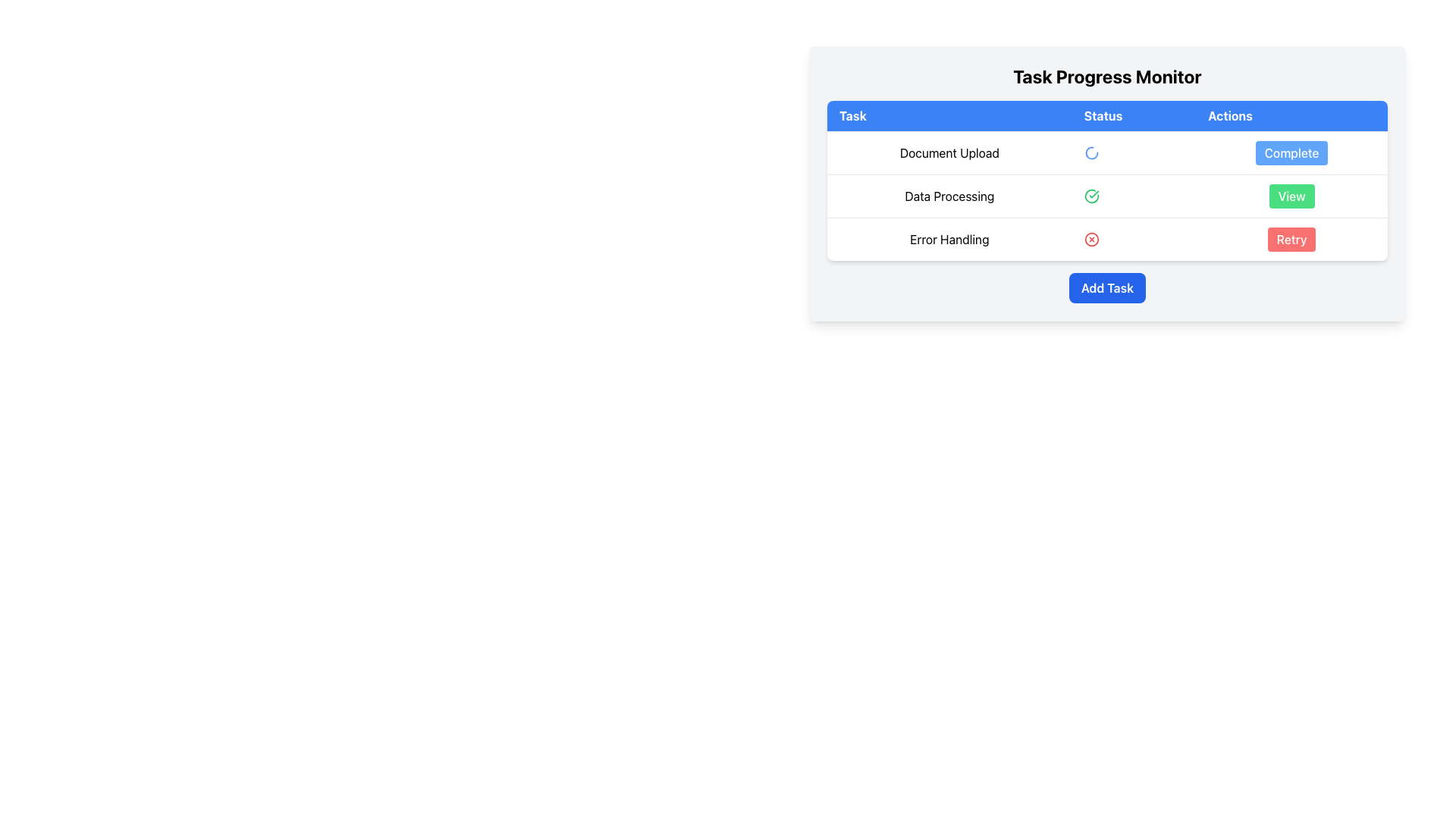 The height and width of the screenshot is (819, 1456). Describe the element at coordinates (1090, 195) in the screenshot. I see `the green checkmark circle icon in the 'Status' column of the second row in the 'Task Progress Monitor' table to observe the status it signifies` at that location.